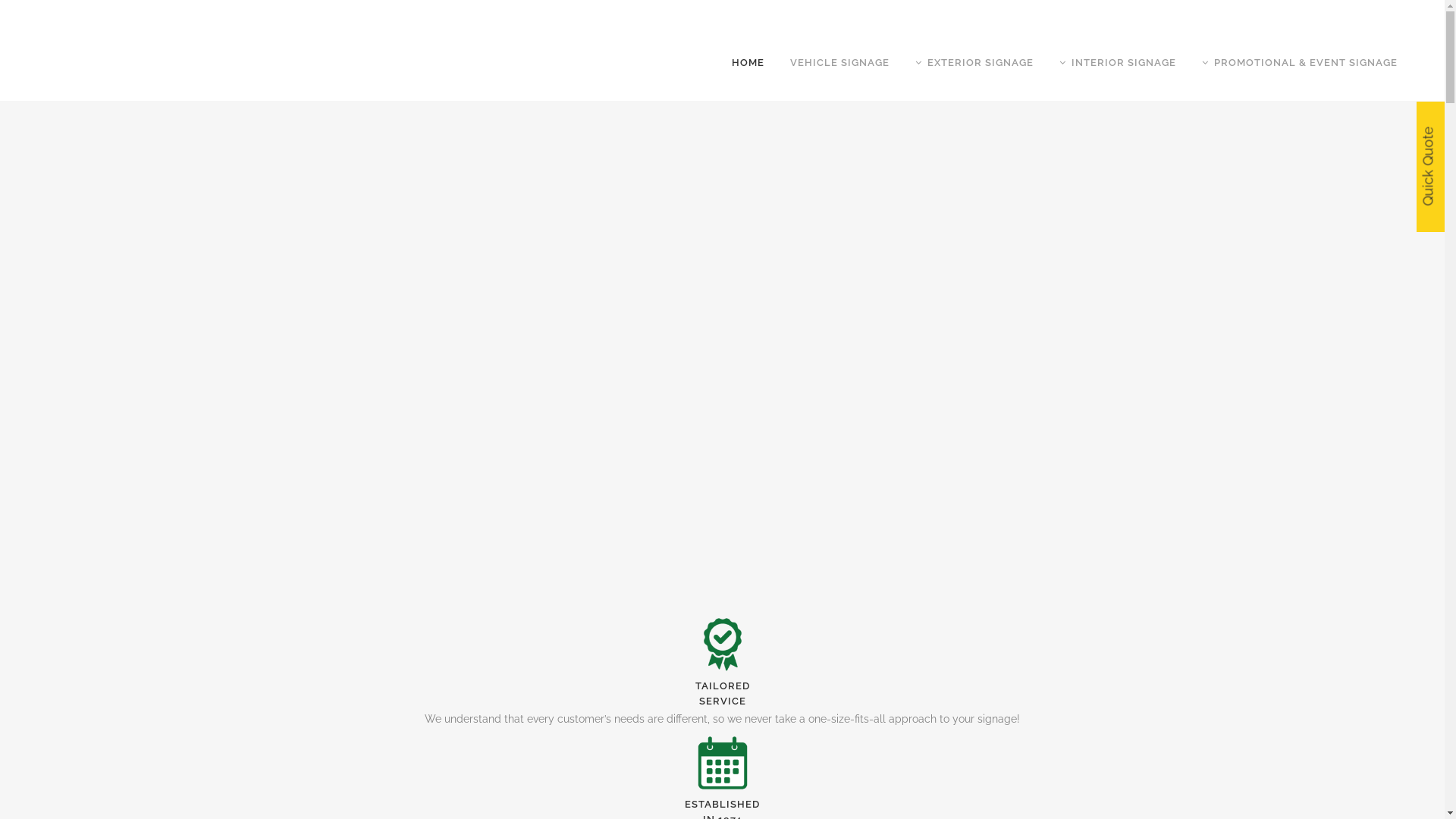 This screenshot has width=1456, height=819. I want to click on 'CONTACT', so click(1298, 12).